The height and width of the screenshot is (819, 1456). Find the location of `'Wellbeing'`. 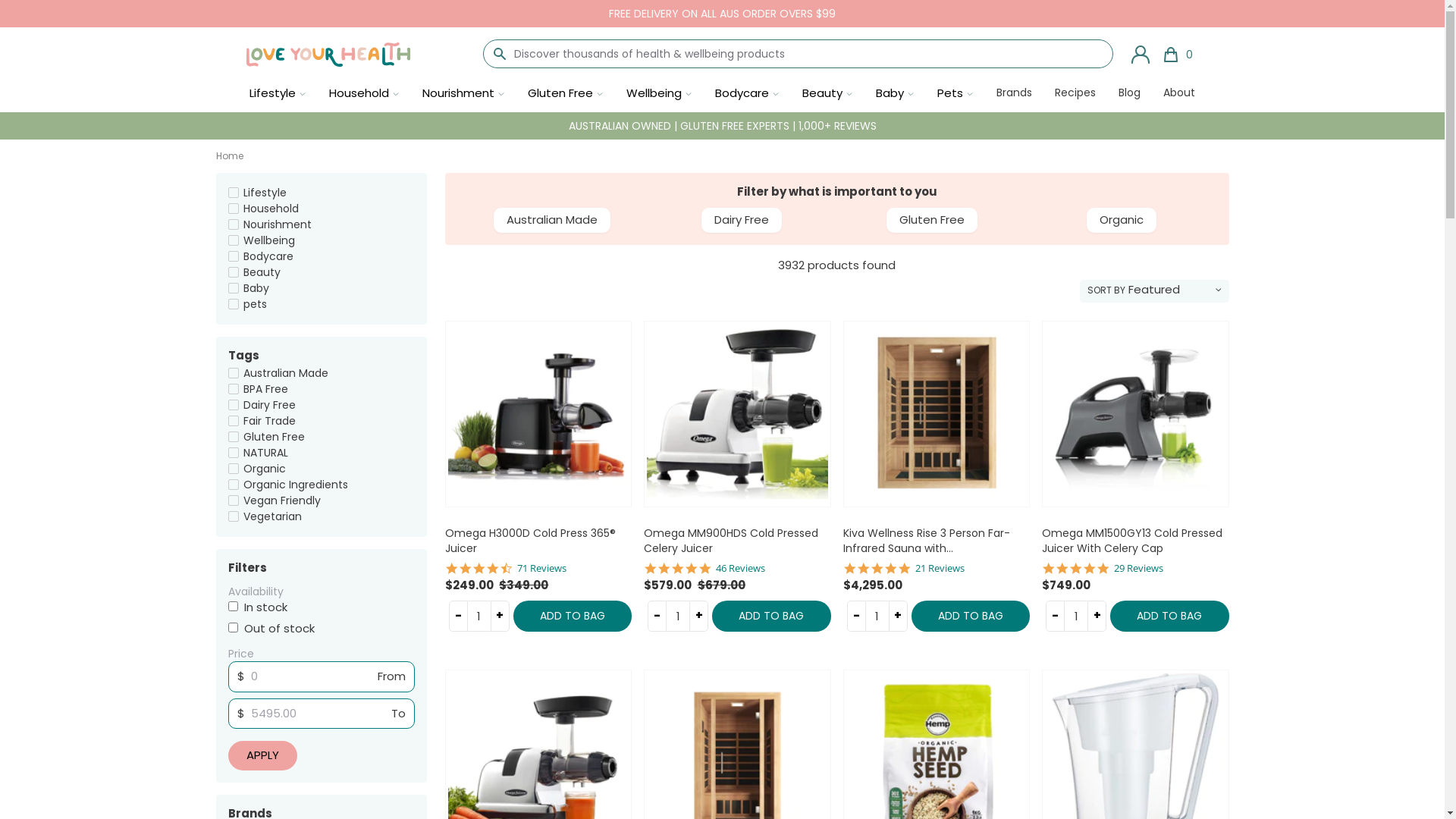

'Wellbeing' is located at coordinates (269, 239).